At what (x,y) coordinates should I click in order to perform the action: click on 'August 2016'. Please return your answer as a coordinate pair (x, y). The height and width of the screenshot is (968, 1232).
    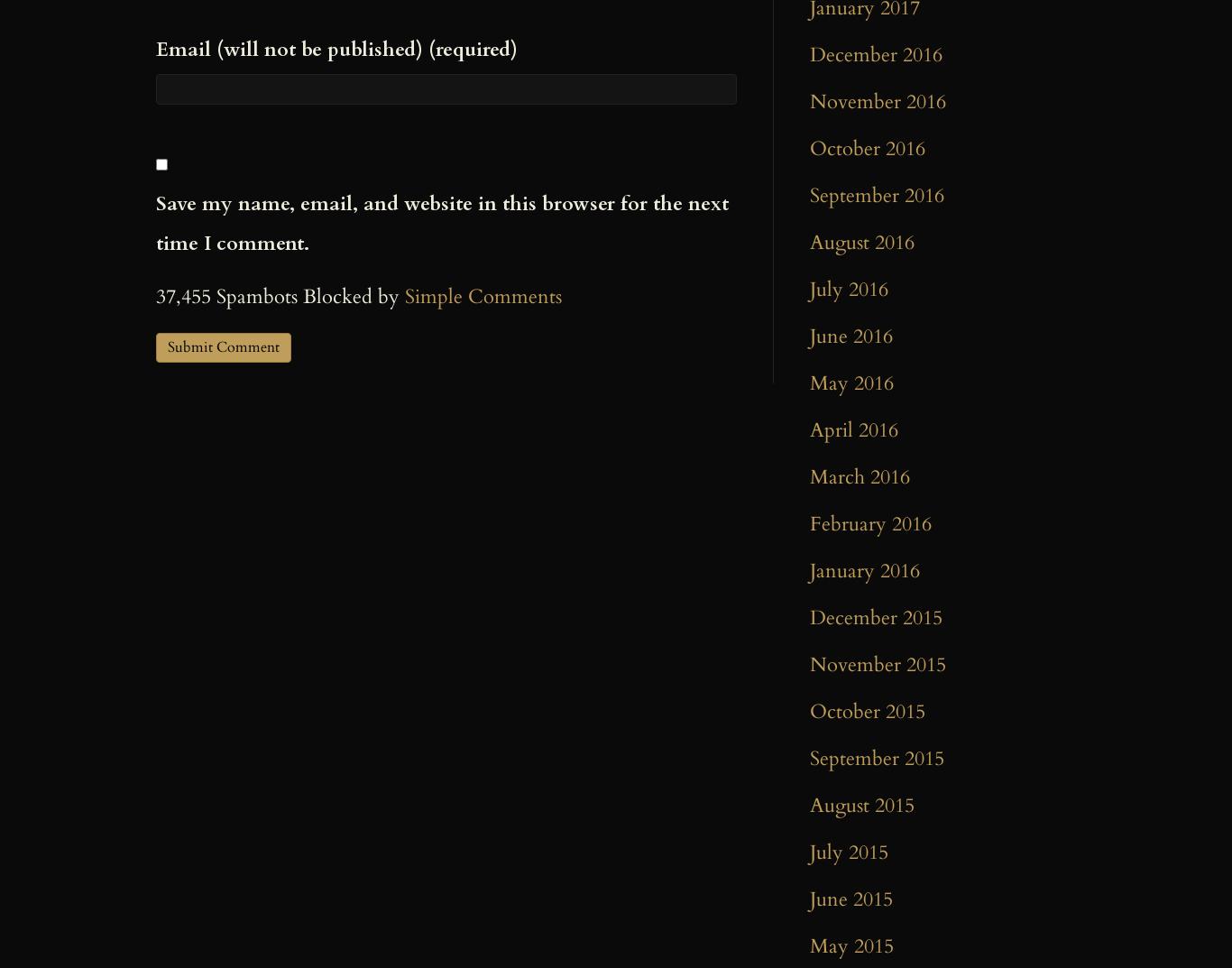
    Looking at the image, I should click on (862, 242).